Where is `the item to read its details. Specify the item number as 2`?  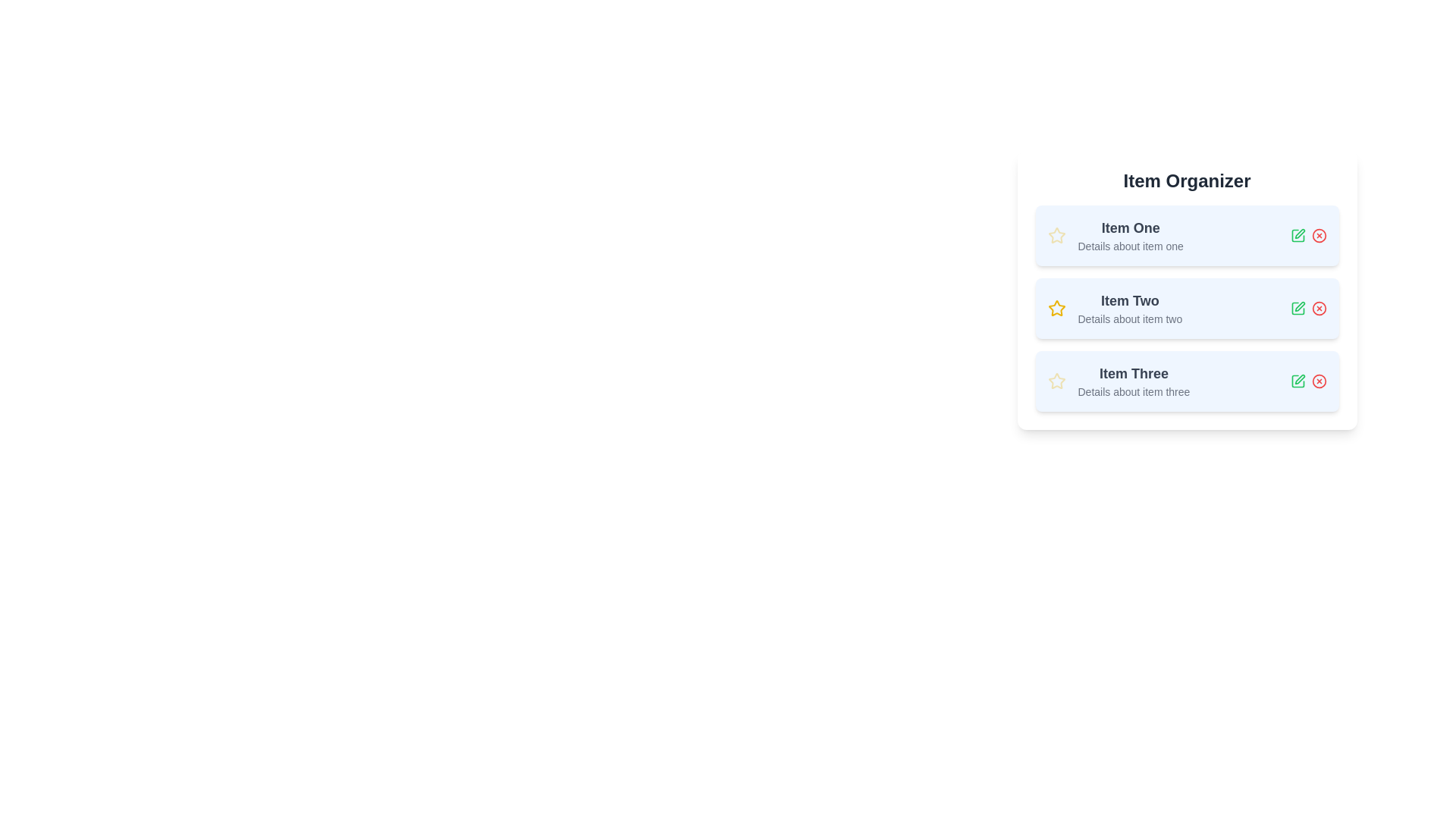
the item to read its details. Specify the item number as 2 is located at coordinates (1186, 308).